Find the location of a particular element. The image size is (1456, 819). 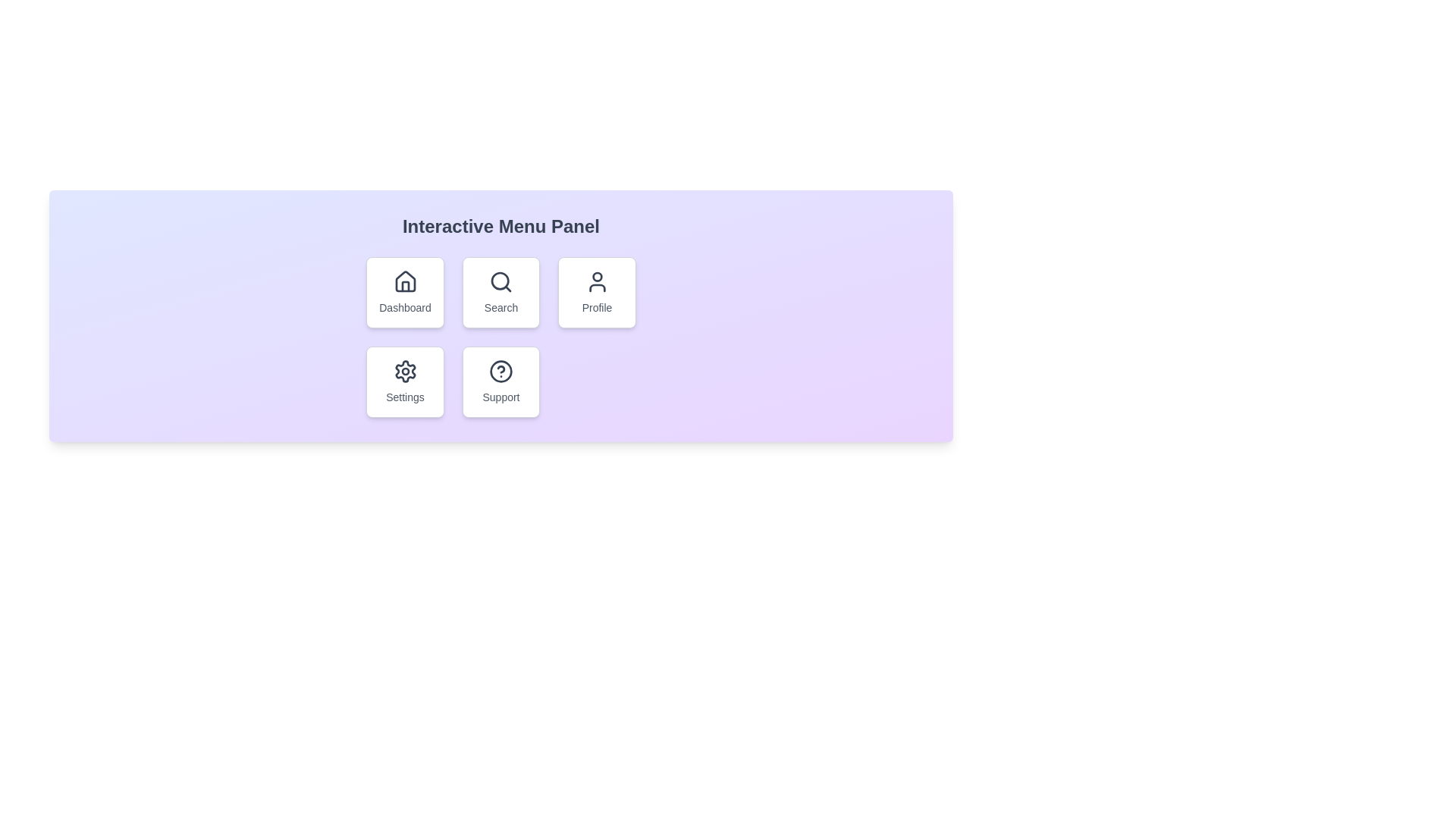

the text label displaying 'Settings', which is located below a gear icon in the interactive menu grid's third row, first column is located at coordinates (405, 397).